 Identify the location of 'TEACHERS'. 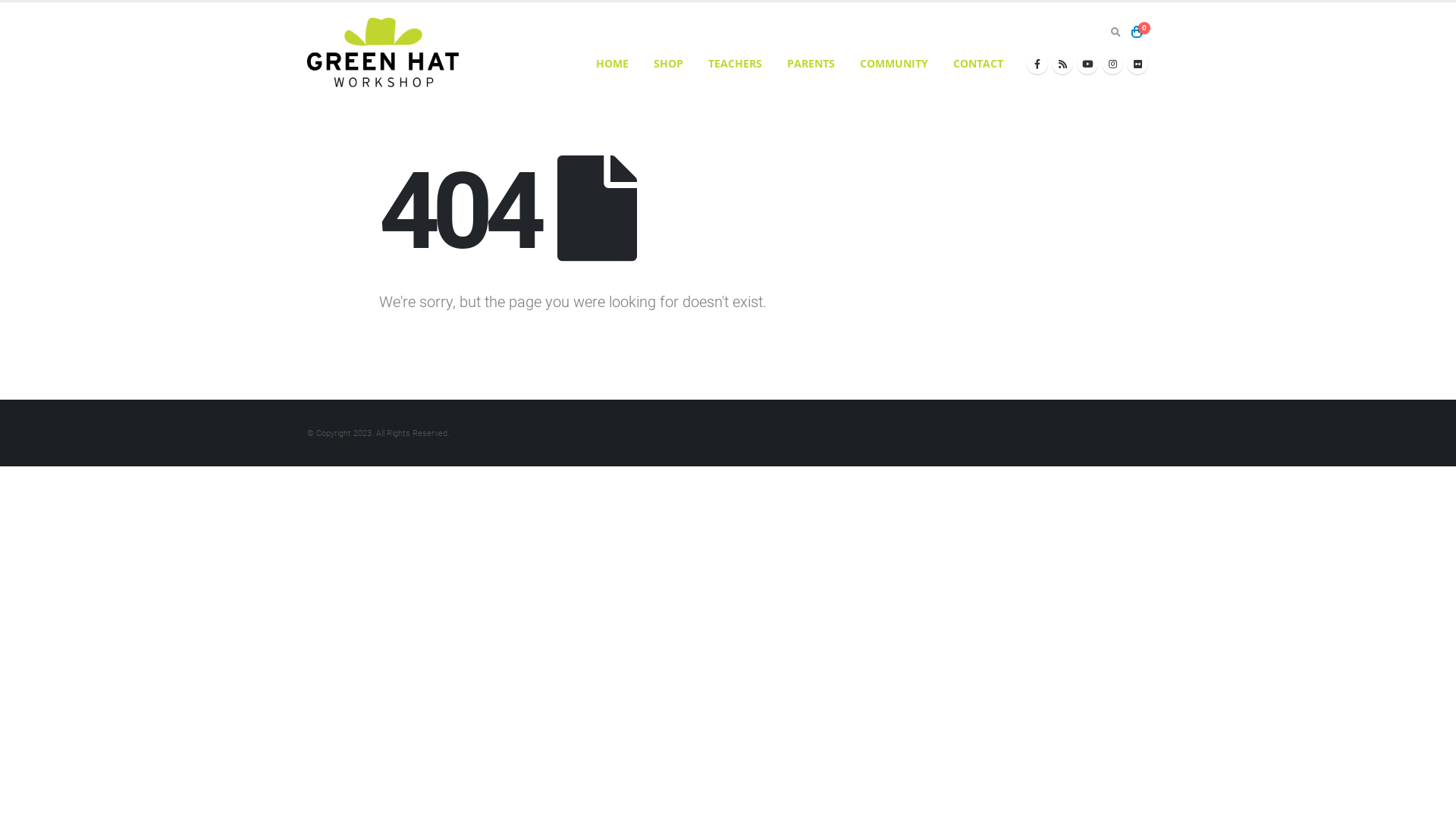
(735, 63).